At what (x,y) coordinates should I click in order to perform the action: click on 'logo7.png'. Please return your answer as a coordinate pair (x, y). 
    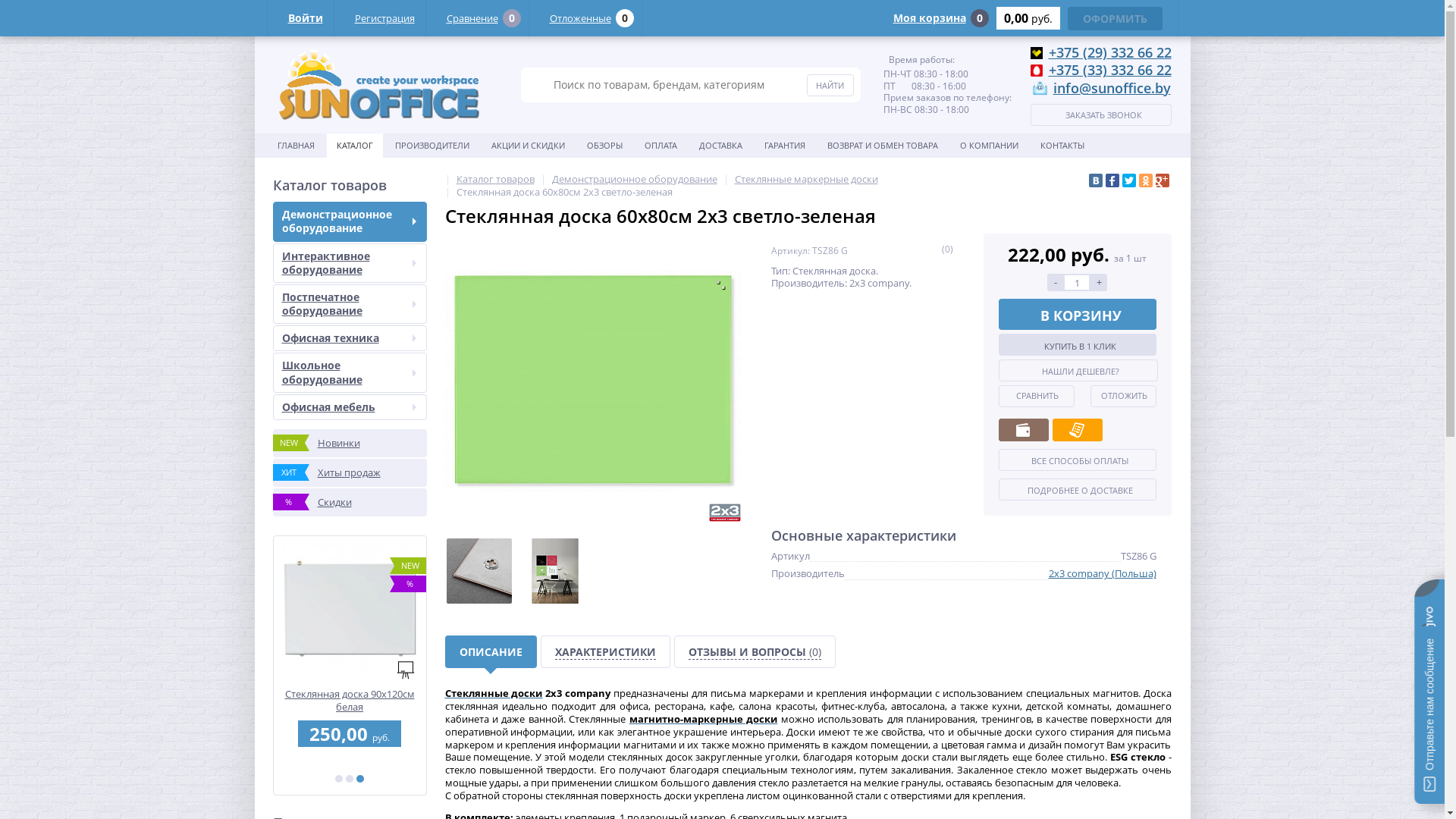
    Looking at the image, I should click on (378, 84).